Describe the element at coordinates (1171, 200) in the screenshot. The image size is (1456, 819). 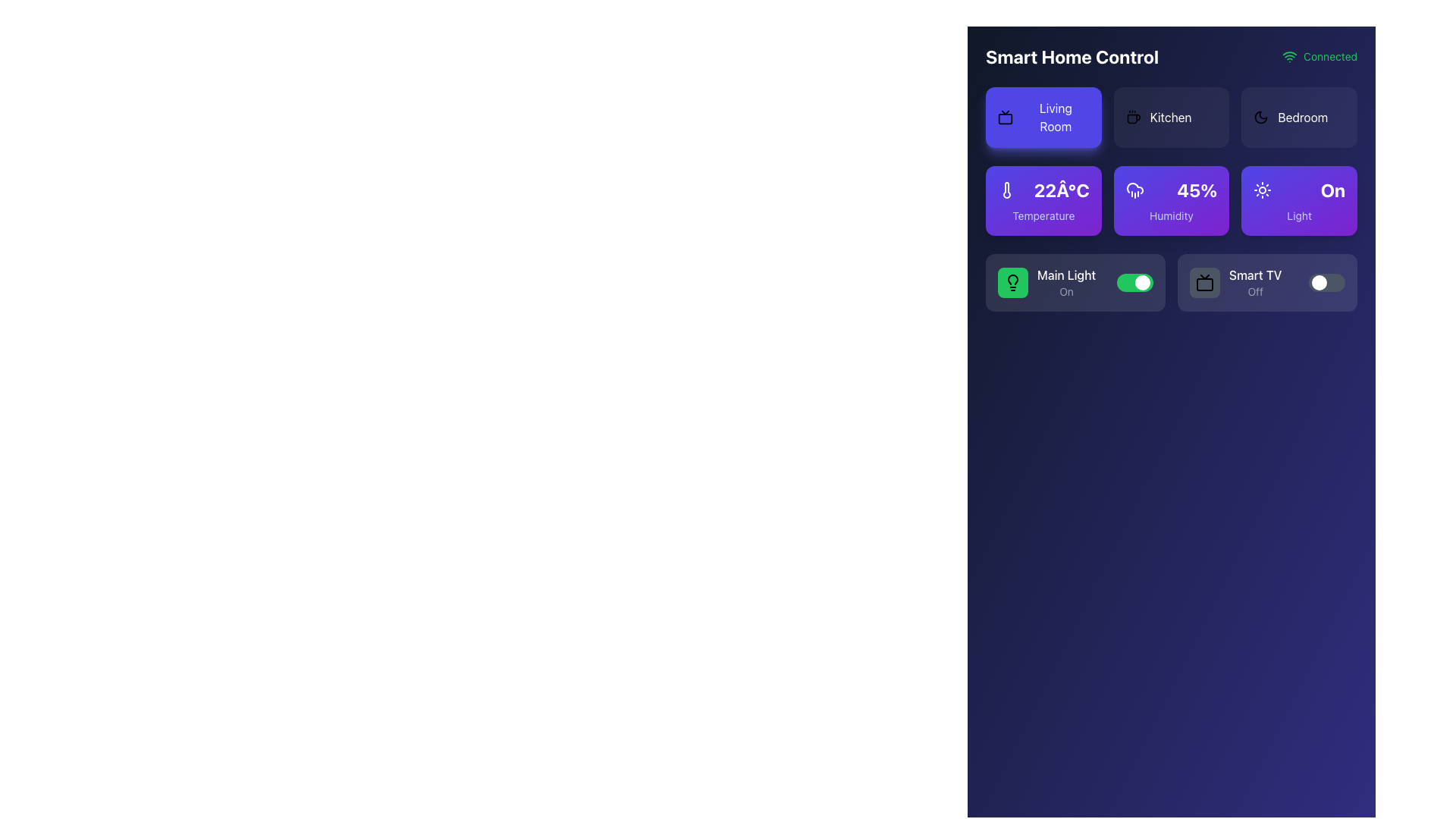
I see `displayed humidity level on the informational card located in the middle of the three cards beneath the navigation options` at that location.